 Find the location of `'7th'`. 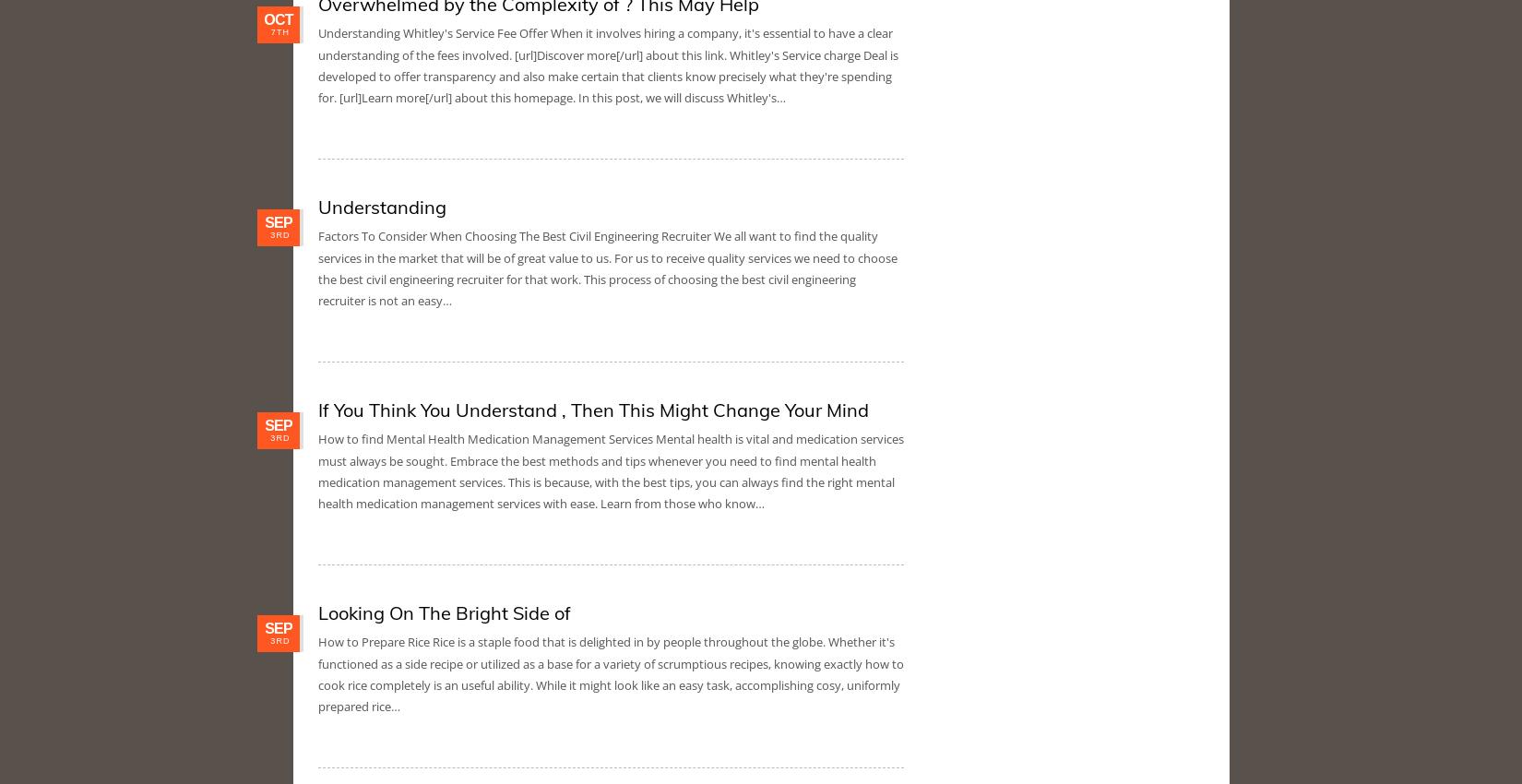

'7th' is located at coordinates (279, 31).